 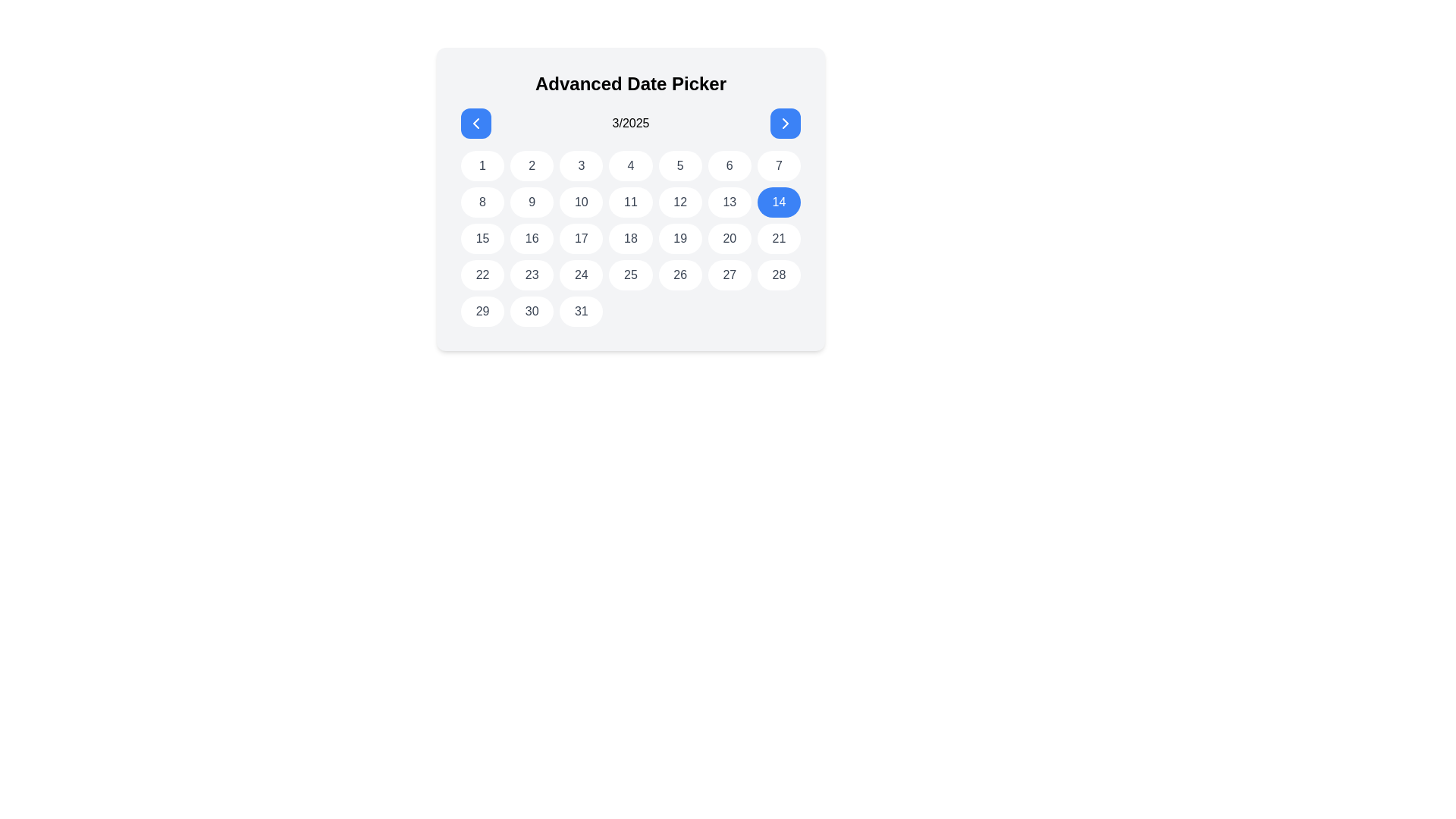 What do you see at coordinates (630, 201) in the screenshot?
I see `the circular button labeled '11' in the calendar grid` at bounding box center [630, 201].